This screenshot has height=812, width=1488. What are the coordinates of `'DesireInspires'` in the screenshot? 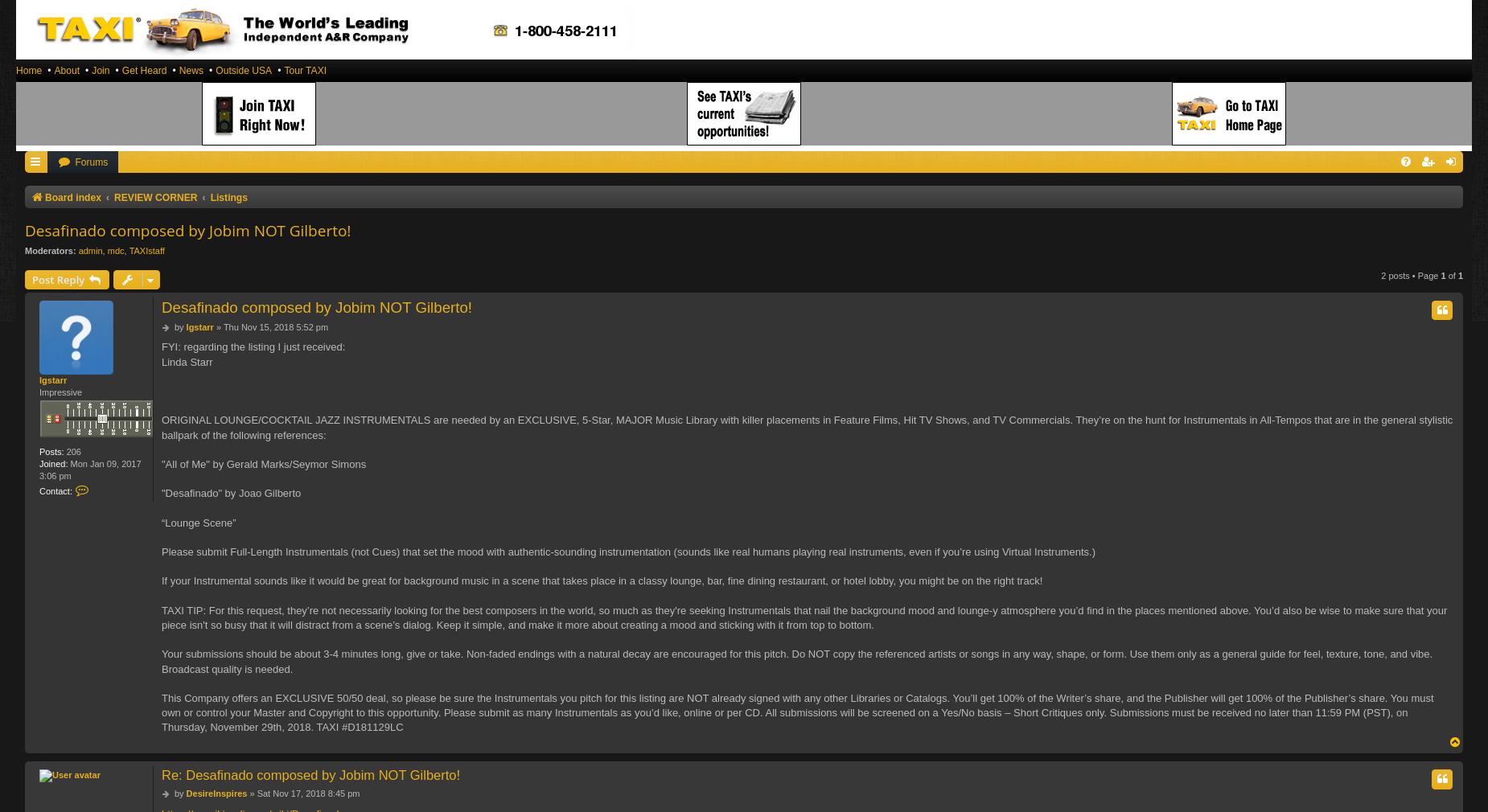 It's located at (185, 792).